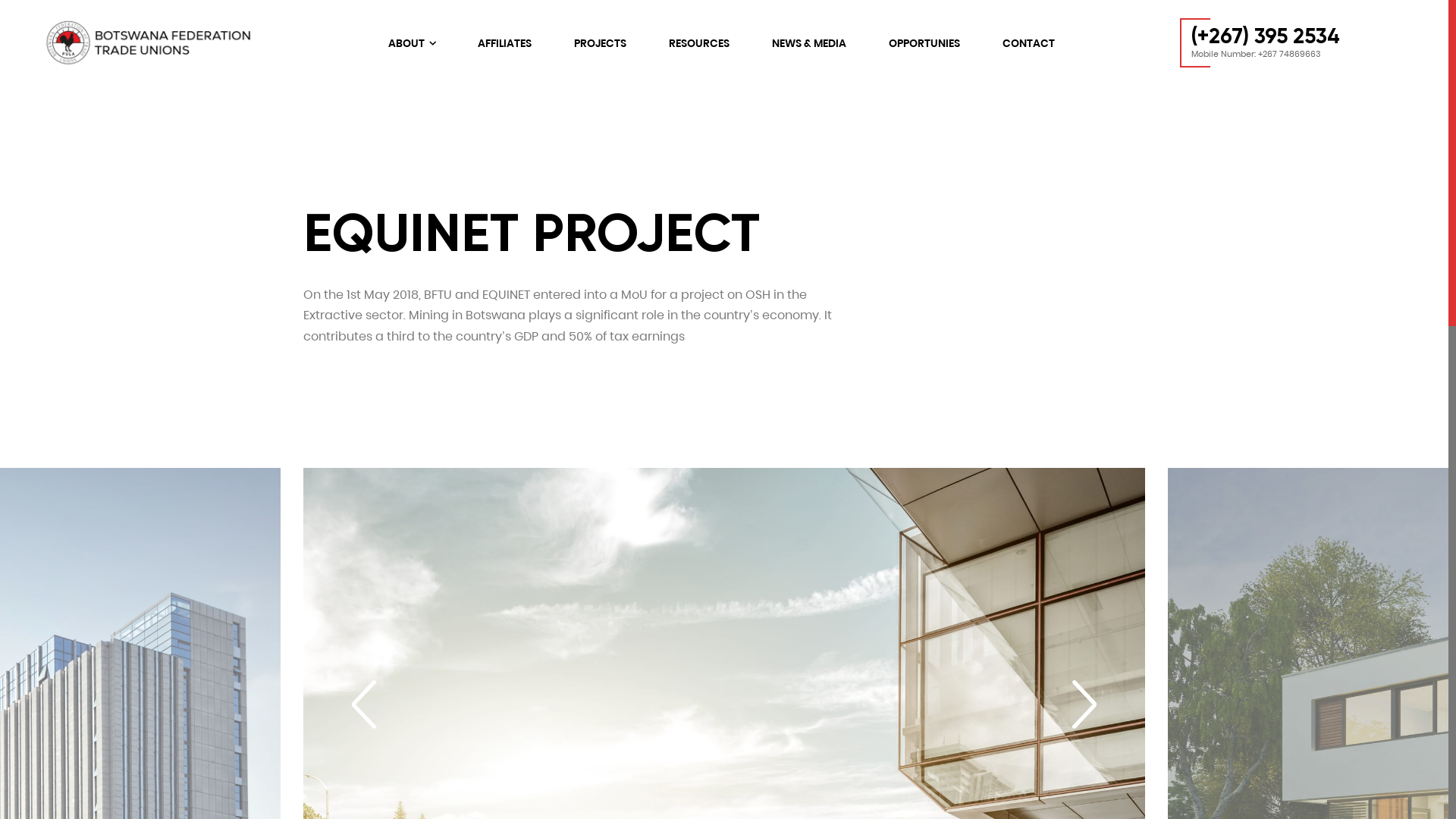 The width and height of the screenshot is (1456, 819). Describe the element at coordinates (573, 42) in the screenshot. I see `'PROJECTS'` at that location.